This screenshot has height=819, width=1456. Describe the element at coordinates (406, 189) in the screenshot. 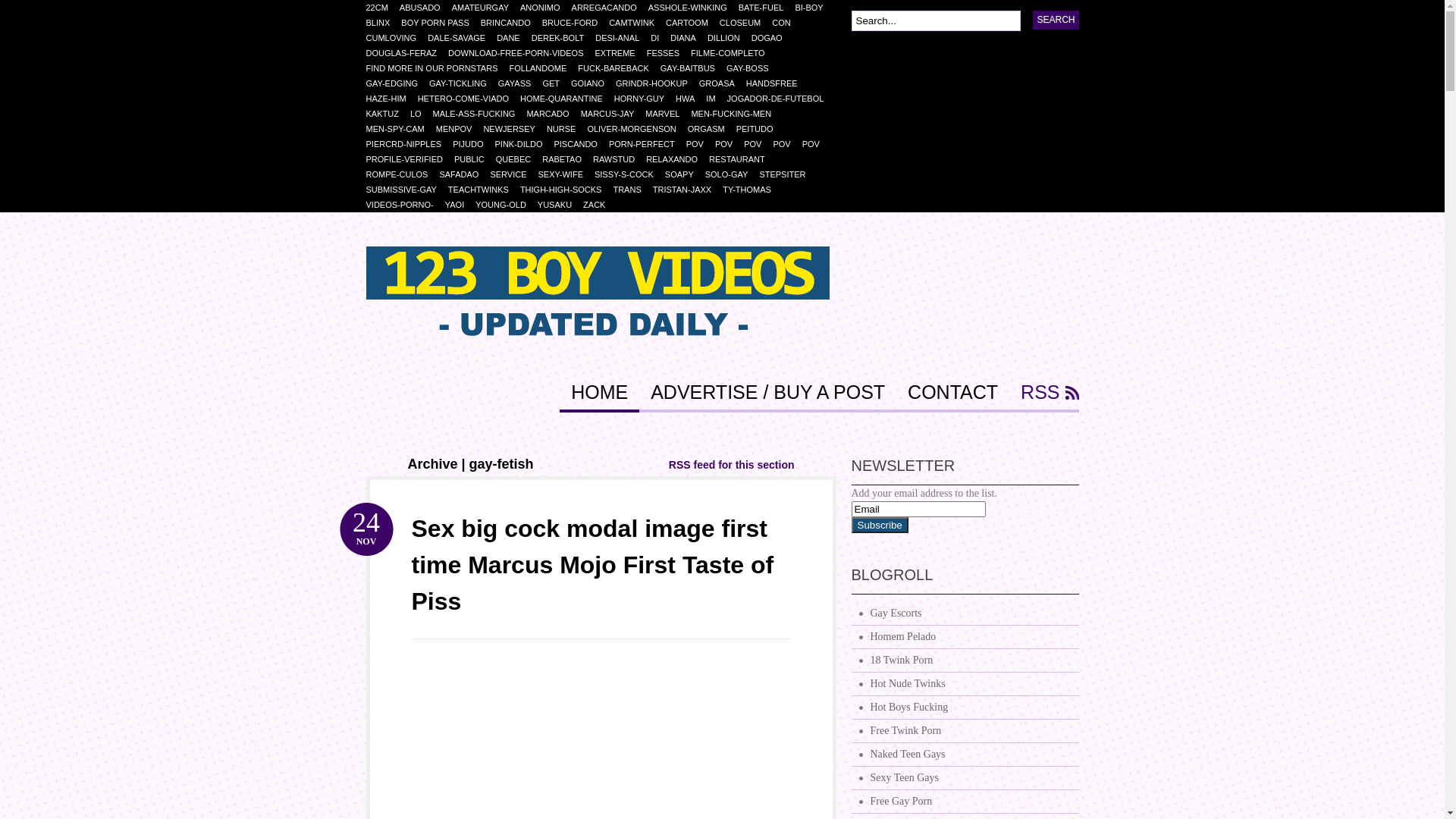

I see `'SUBMISSIVE-GAY'` at that location.